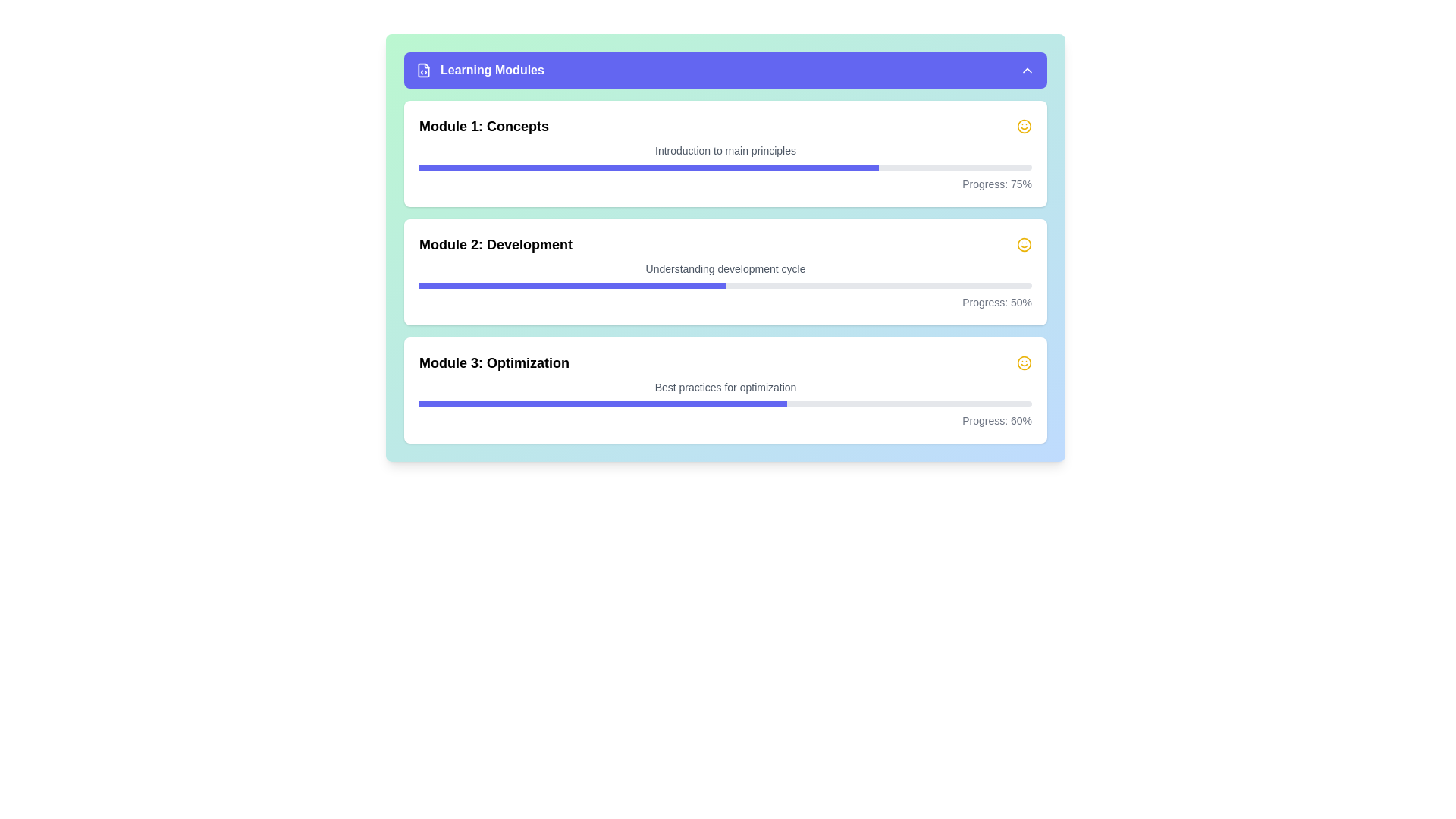  Describe the element at coordinates (479, 70) in the screenshot. I see `the Label with icon that serves as a header or title for the related content section, located in the top-left portion of a header section adjacent to a chevron-up icon` at that location.